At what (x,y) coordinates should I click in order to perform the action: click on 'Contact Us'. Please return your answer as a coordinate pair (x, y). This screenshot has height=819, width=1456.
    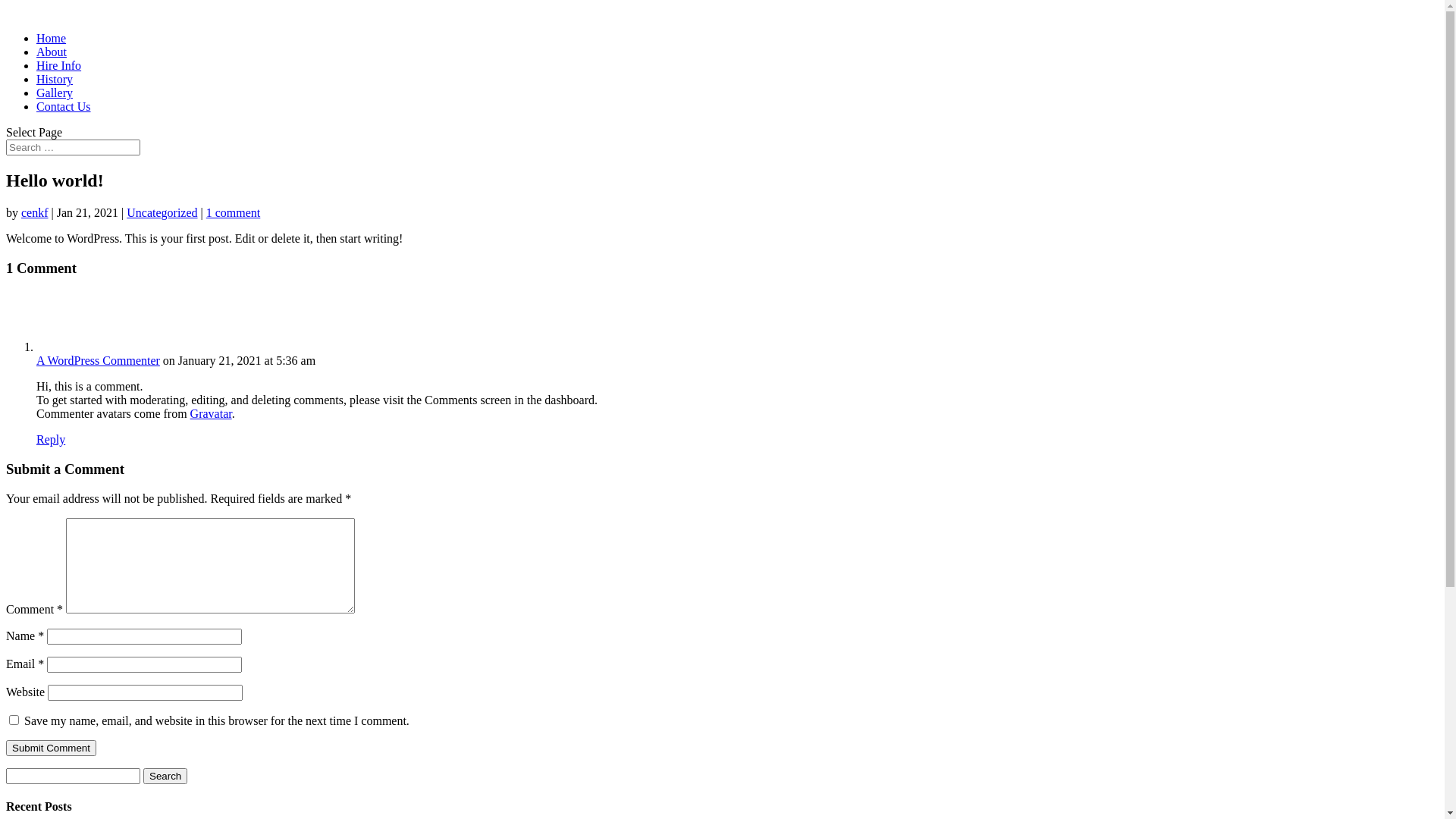
    Looking at the image, I should click on (62, 105).